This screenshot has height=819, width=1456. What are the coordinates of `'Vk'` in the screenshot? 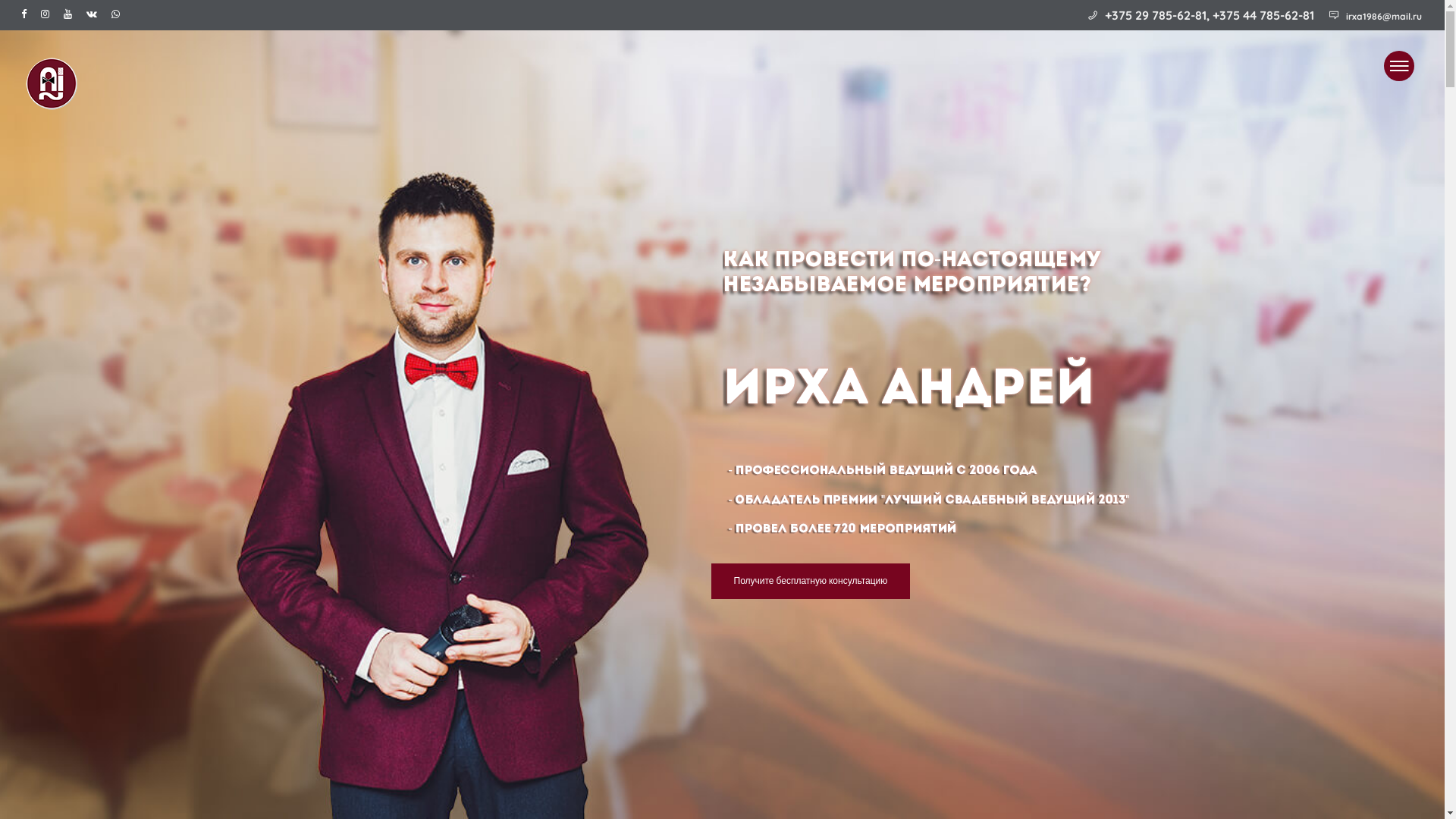 It's located at (94, 13).